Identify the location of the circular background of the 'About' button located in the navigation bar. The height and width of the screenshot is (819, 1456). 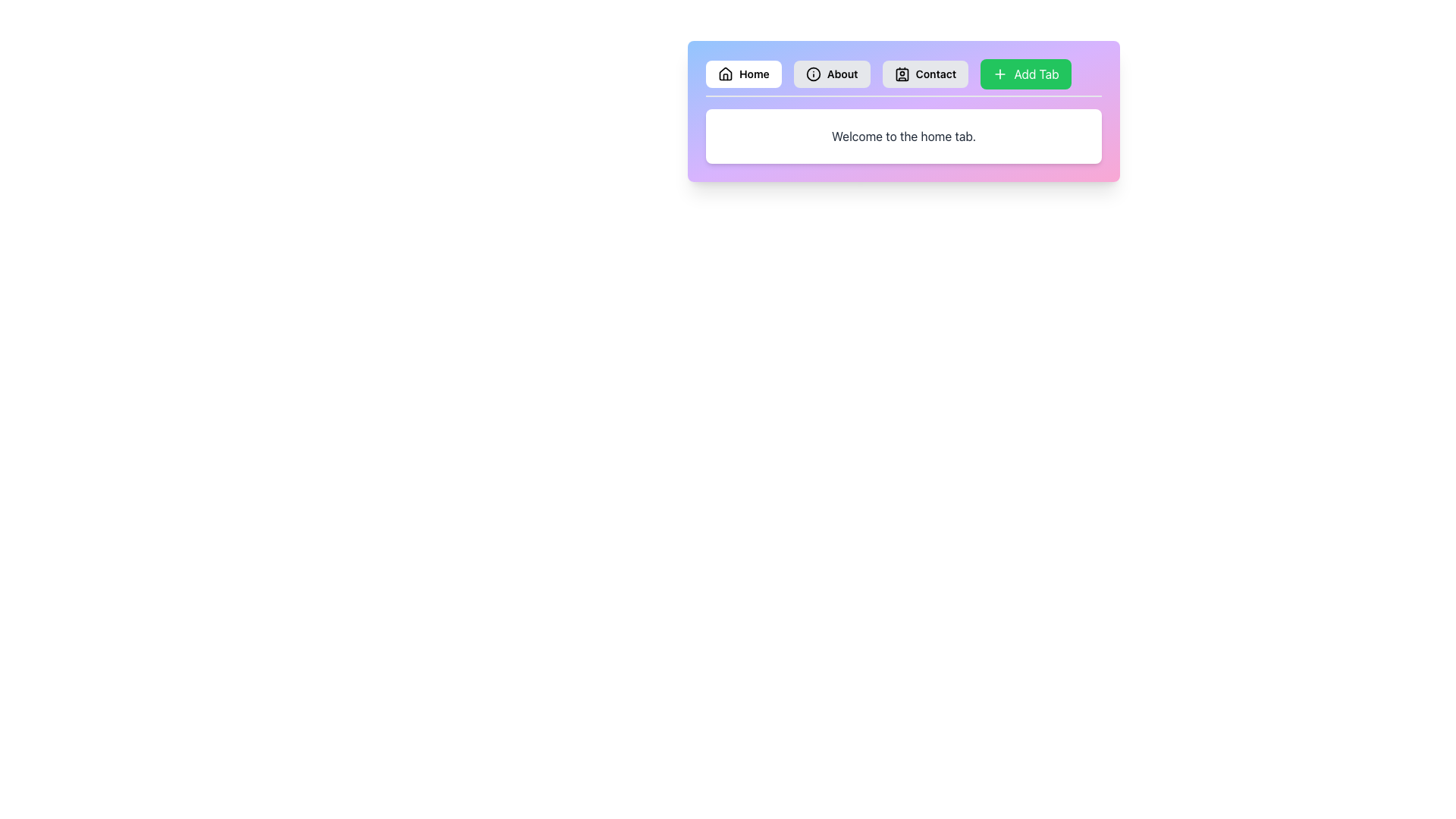
(812, 74).